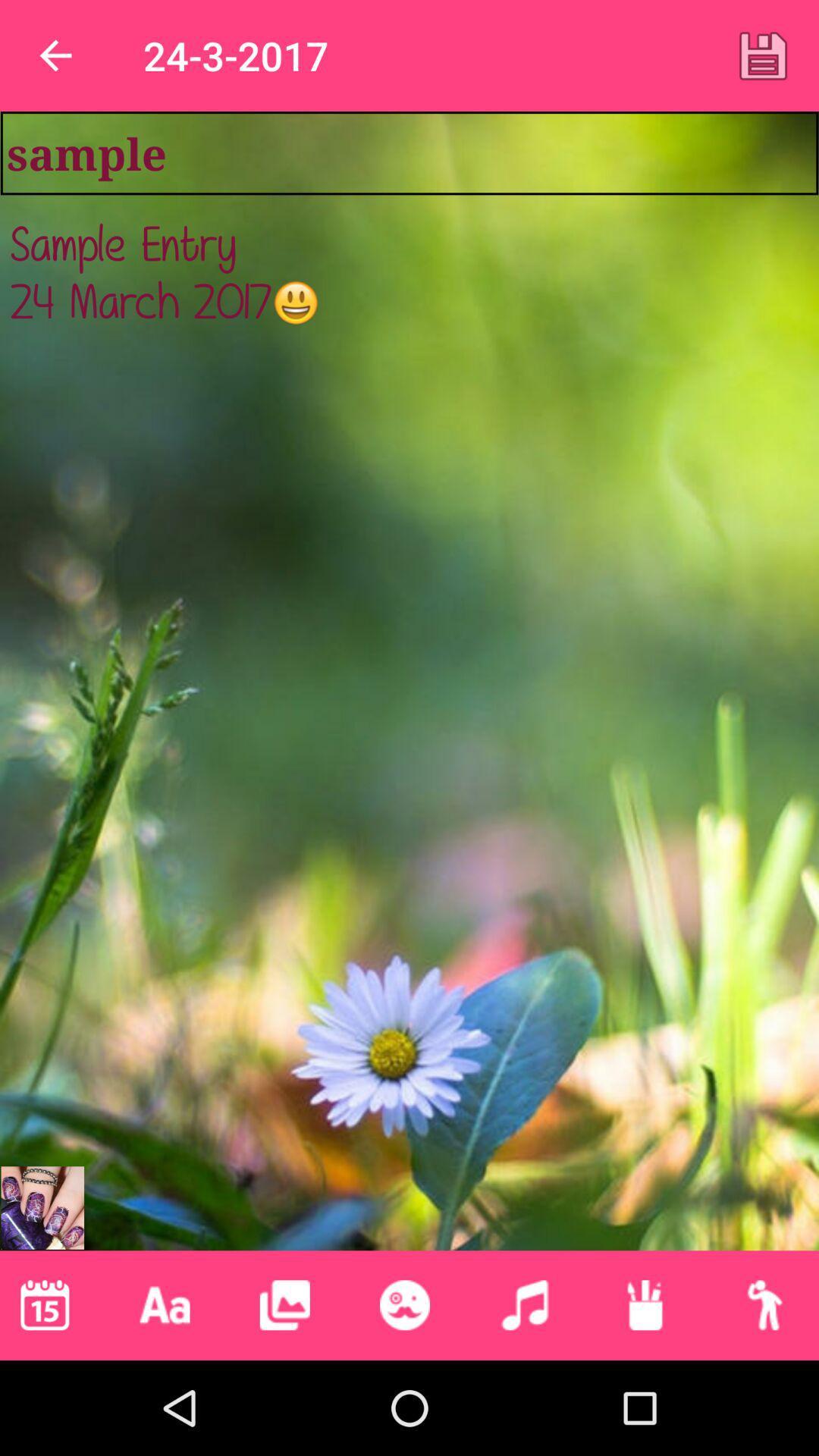 This screenshot has height=1456, width=819. Describe the element at coordinates (403, 1304) in the screenshot. I see `open editor` at that location.